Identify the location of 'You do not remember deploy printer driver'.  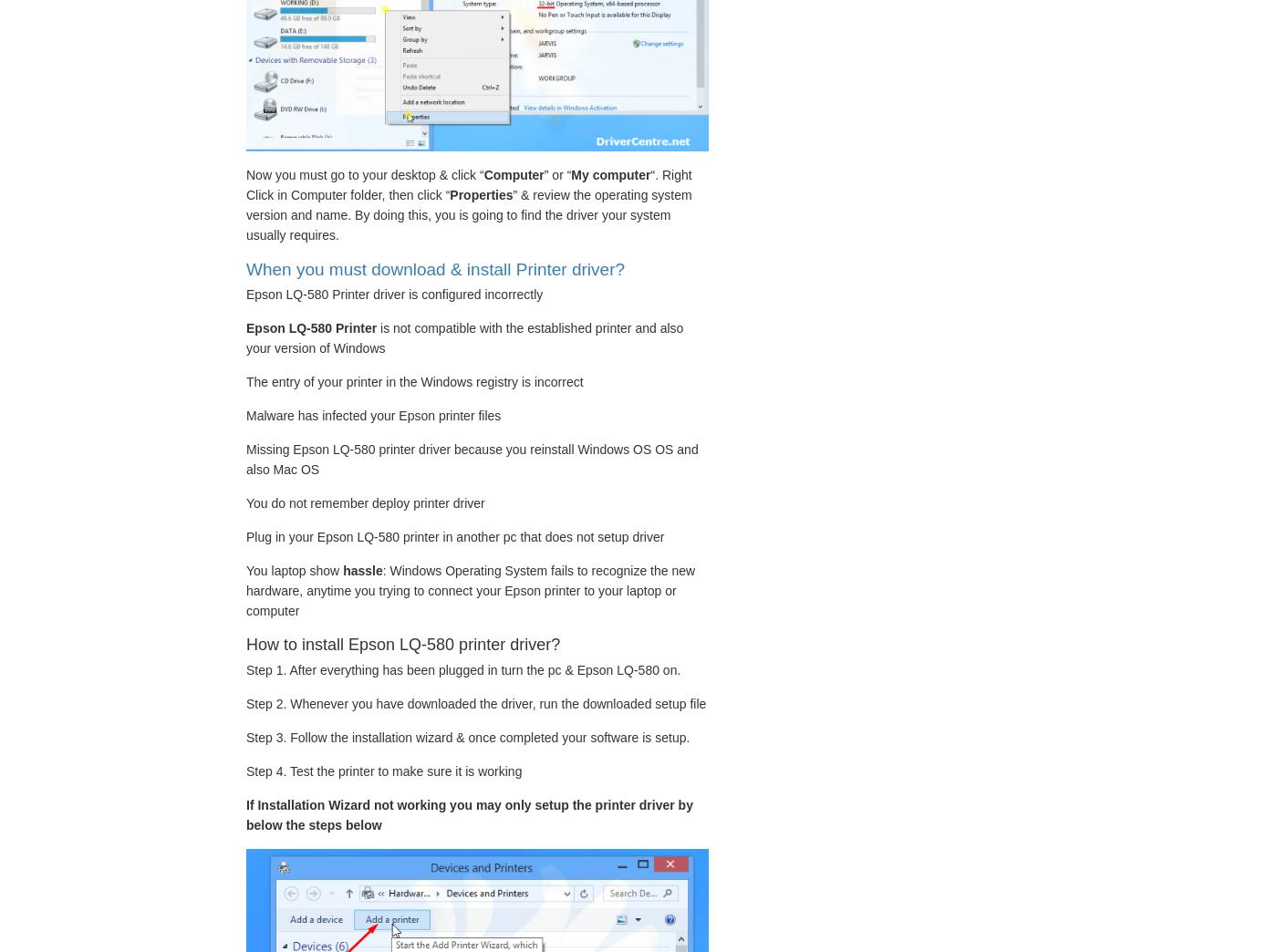
(365, 502).